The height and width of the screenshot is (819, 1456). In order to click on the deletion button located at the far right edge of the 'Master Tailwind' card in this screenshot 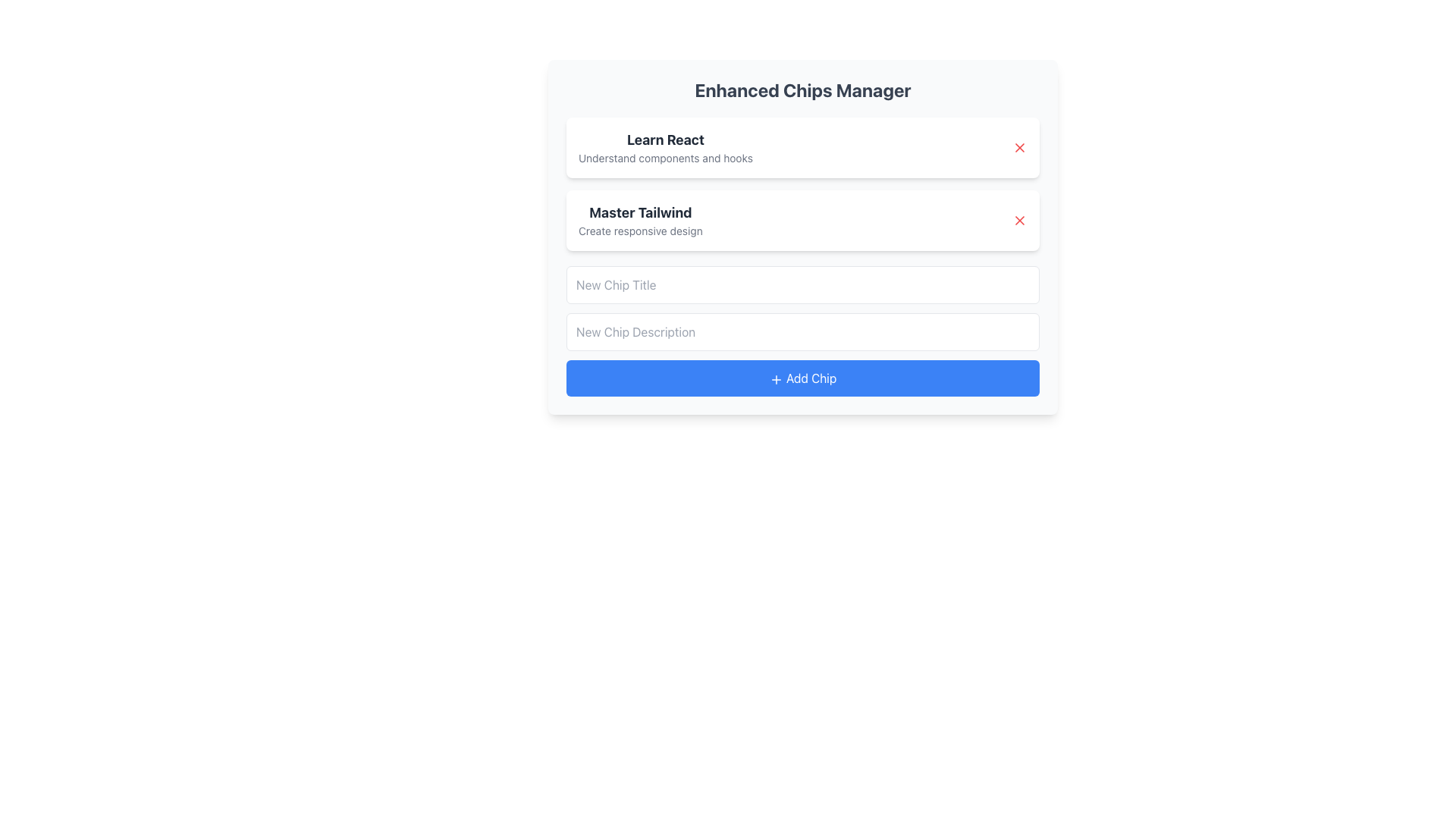, I will do `click(1019, 220)`.